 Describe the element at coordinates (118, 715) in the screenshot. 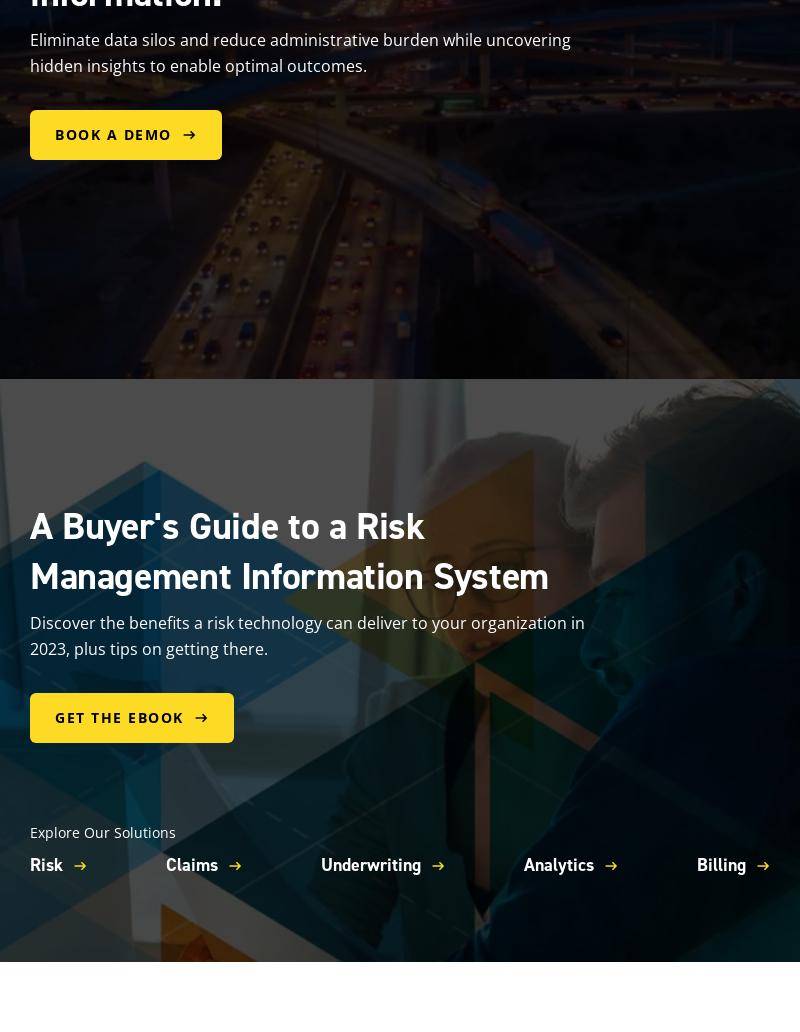

I see `'Get the eBook'` at that location.